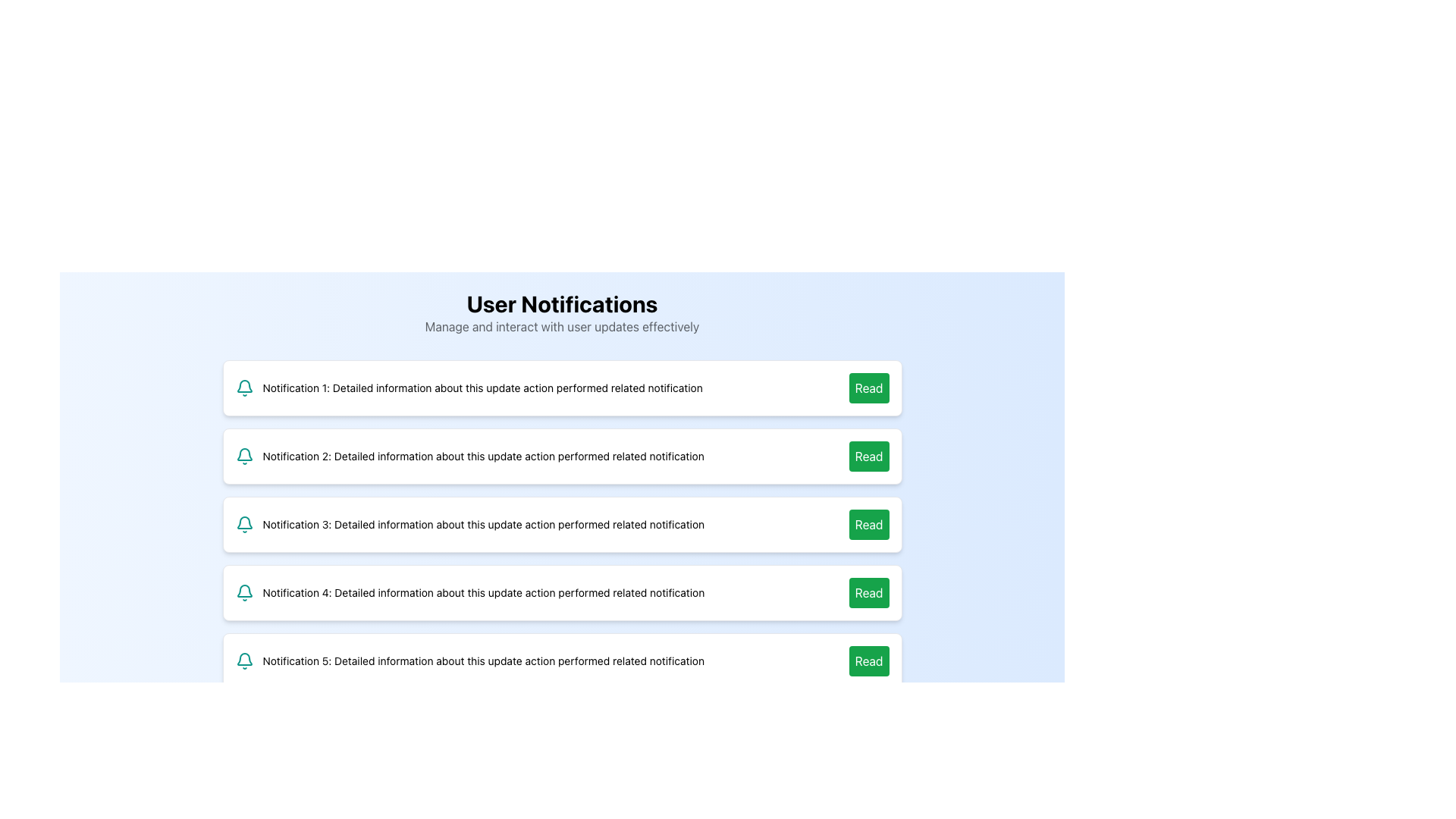 The image size is (1456, 819). What do you see at coordinates (244, 660) in the screenshot?
I see `the teal bell icon located in the fifth row of the notification list` at bounding box center [244, 660].